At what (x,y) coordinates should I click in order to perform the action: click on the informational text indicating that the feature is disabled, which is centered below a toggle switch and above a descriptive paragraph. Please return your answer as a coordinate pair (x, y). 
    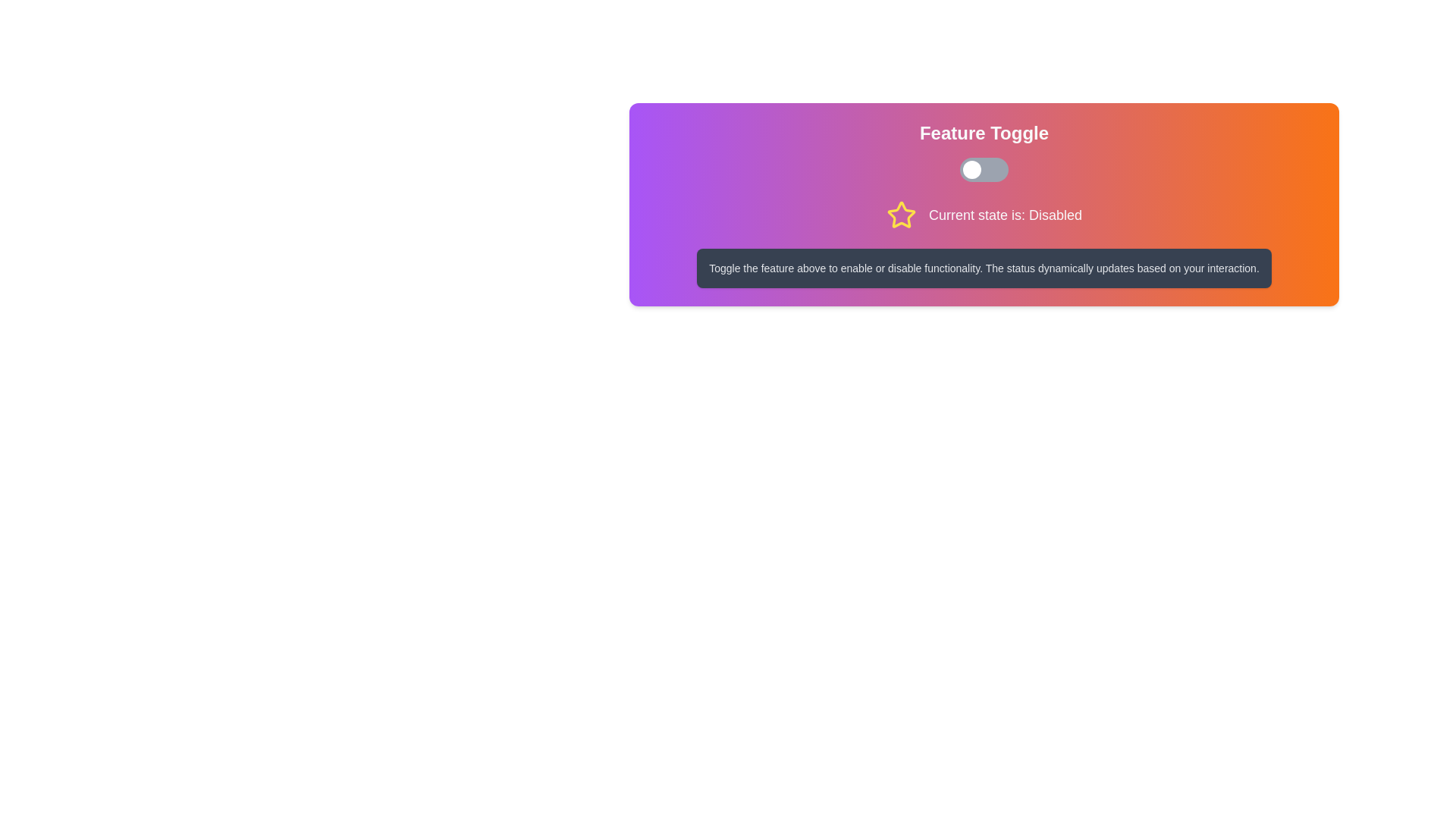
    Looking at the image, I should click on (984, 215).